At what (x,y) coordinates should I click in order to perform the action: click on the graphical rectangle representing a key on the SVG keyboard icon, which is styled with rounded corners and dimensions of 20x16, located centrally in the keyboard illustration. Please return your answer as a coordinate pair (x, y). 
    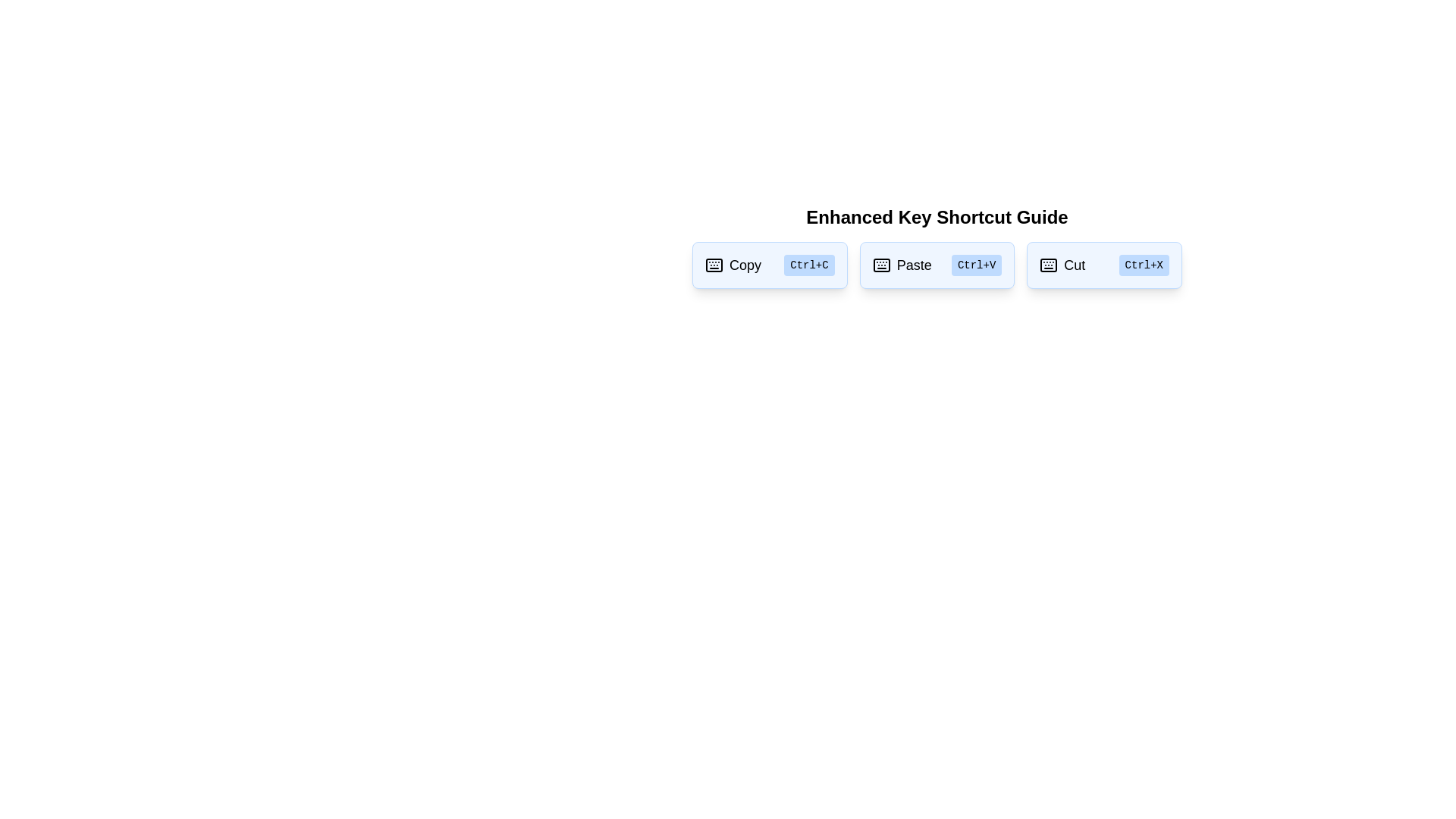
    Looking at the image, I should click on (713, 265).